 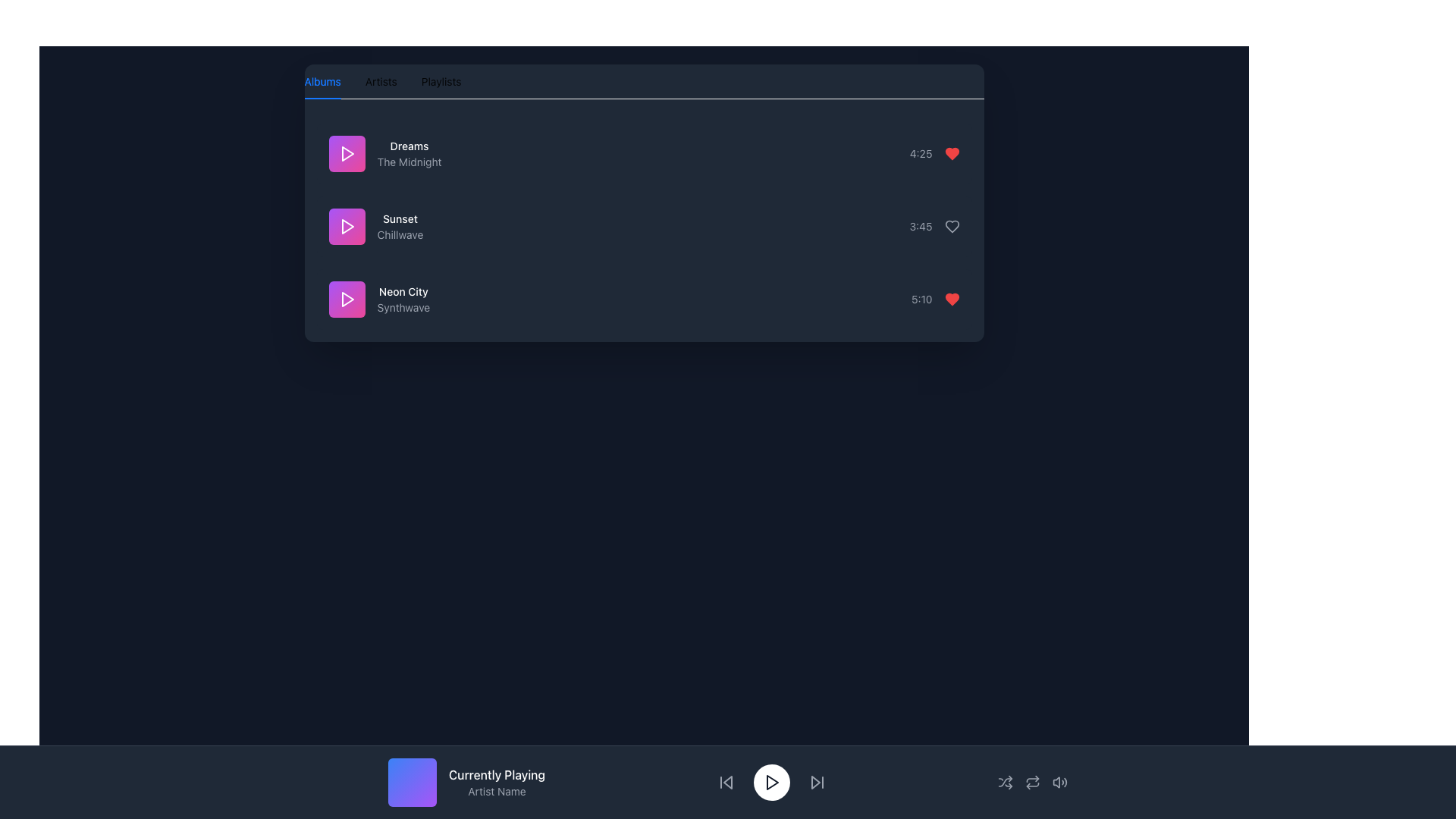 What do you see at coordinates (400, 227) in the screenshot?
I see `the text label displaying 'Sunset' in white and 'Chillwave' in gray, located on a dark blue background, positioned as the second item in a vertically-aligned list of items` at bounding box center [400, 227].